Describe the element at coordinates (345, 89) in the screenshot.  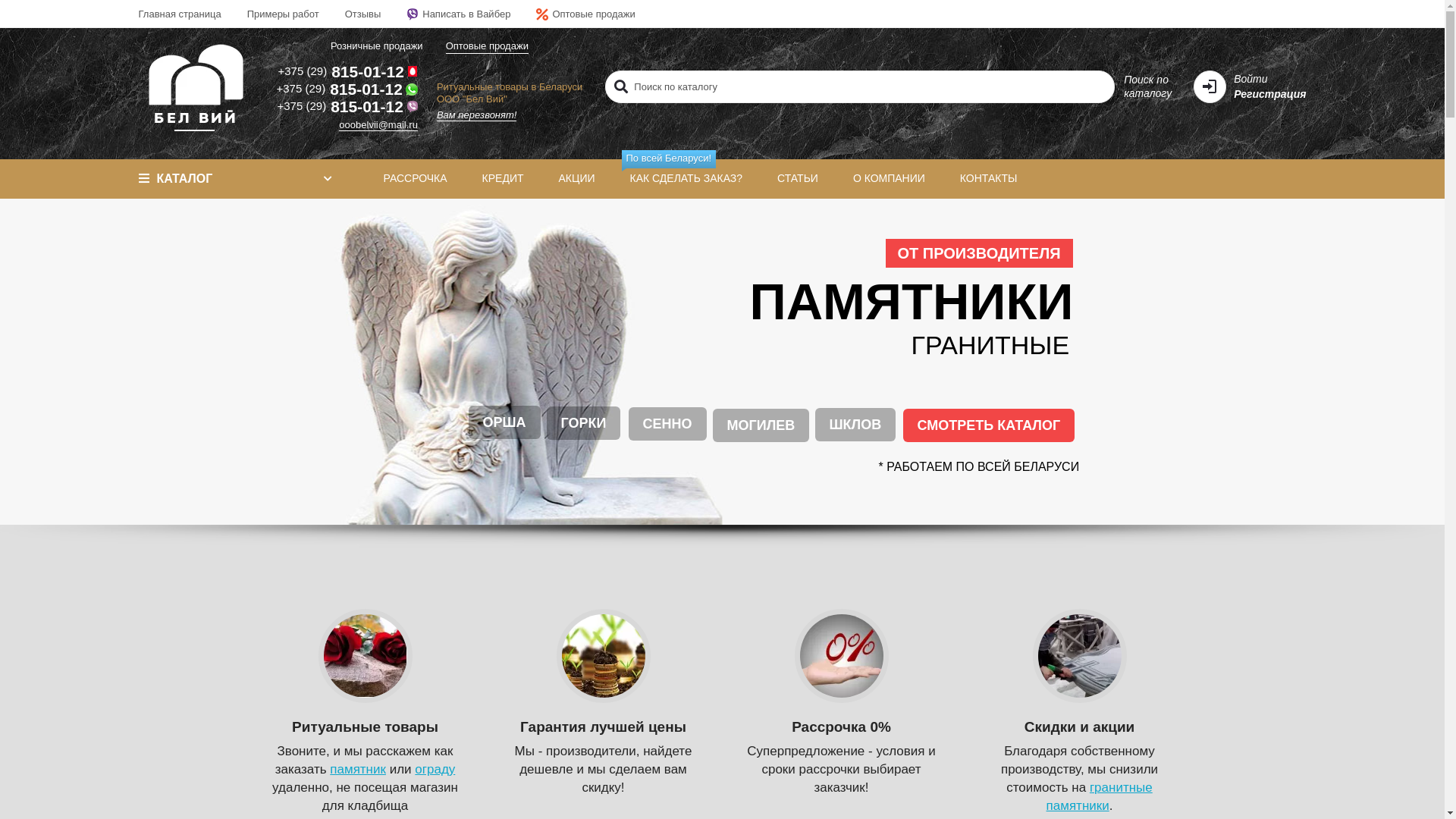
I see `'+375 (29)` at that location.